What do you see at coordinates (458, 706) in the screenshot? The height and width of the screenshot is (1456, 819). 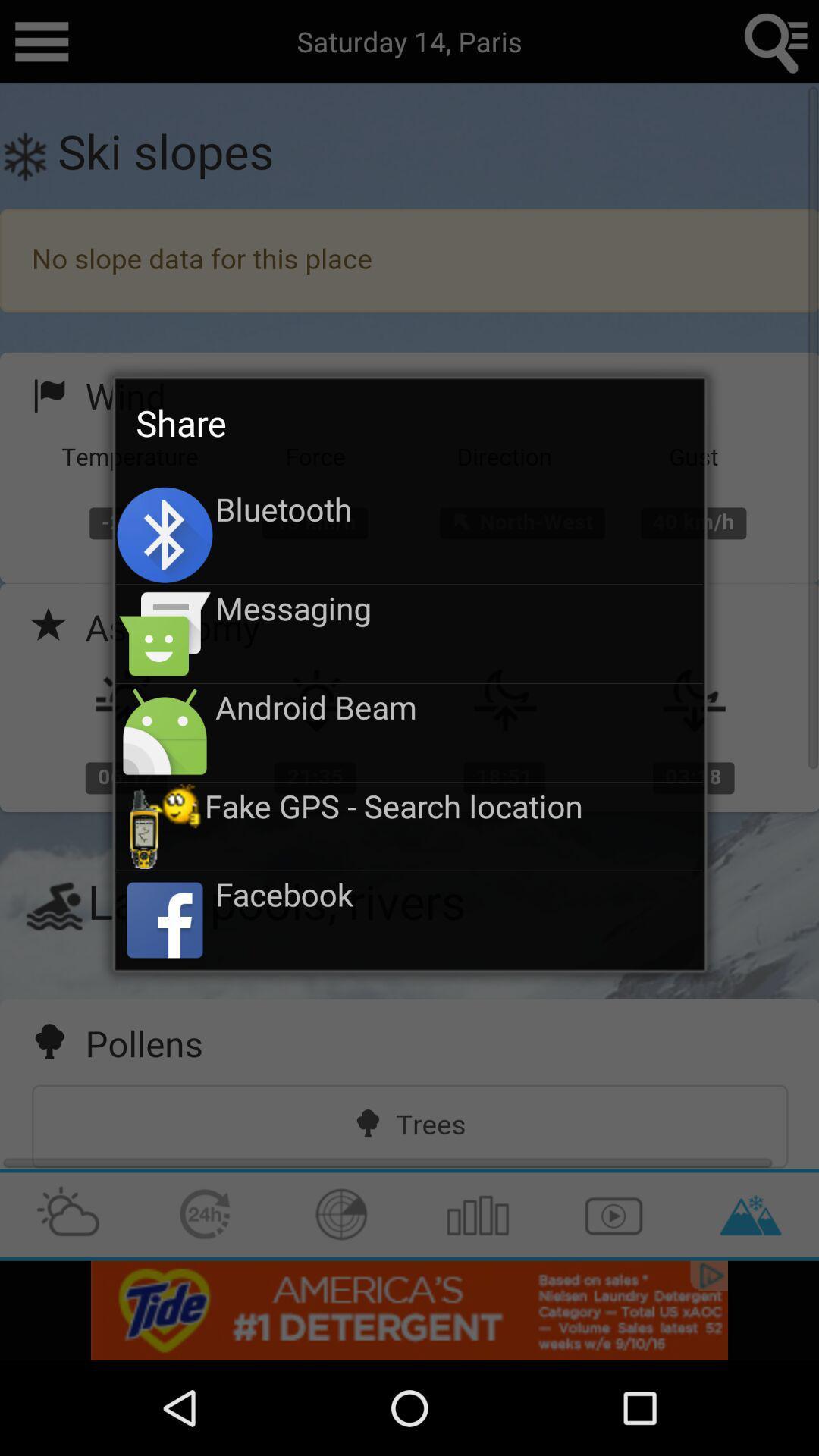 I see `the android beam icon` at bounding box center [458, 706].